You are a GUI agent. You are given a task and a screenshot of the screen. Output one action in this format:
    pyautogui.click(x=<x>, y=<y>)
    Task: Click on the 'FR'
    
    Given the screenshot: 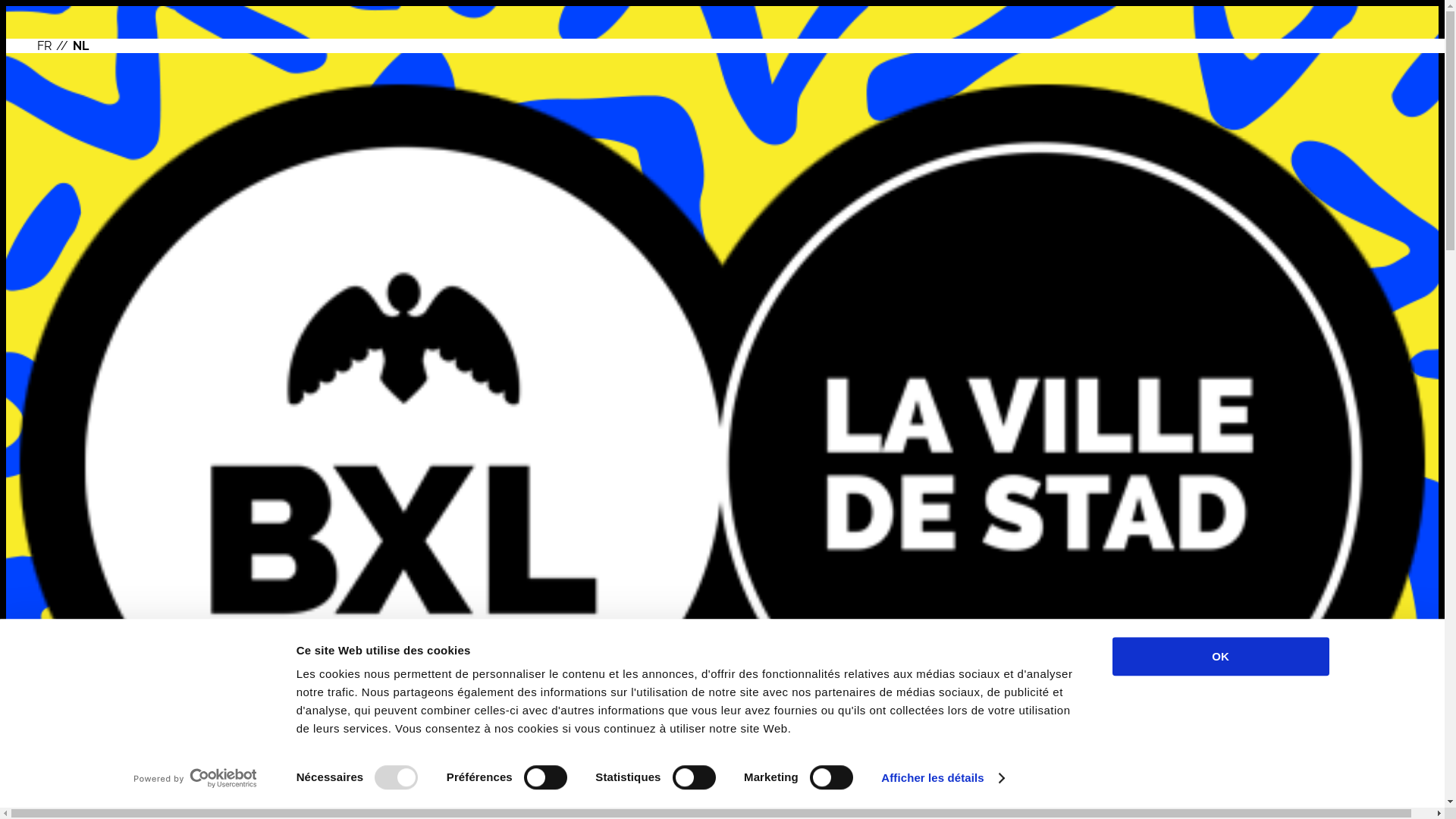 What is the action you would take?
    pyautogui.click(x=36, y=45)
    